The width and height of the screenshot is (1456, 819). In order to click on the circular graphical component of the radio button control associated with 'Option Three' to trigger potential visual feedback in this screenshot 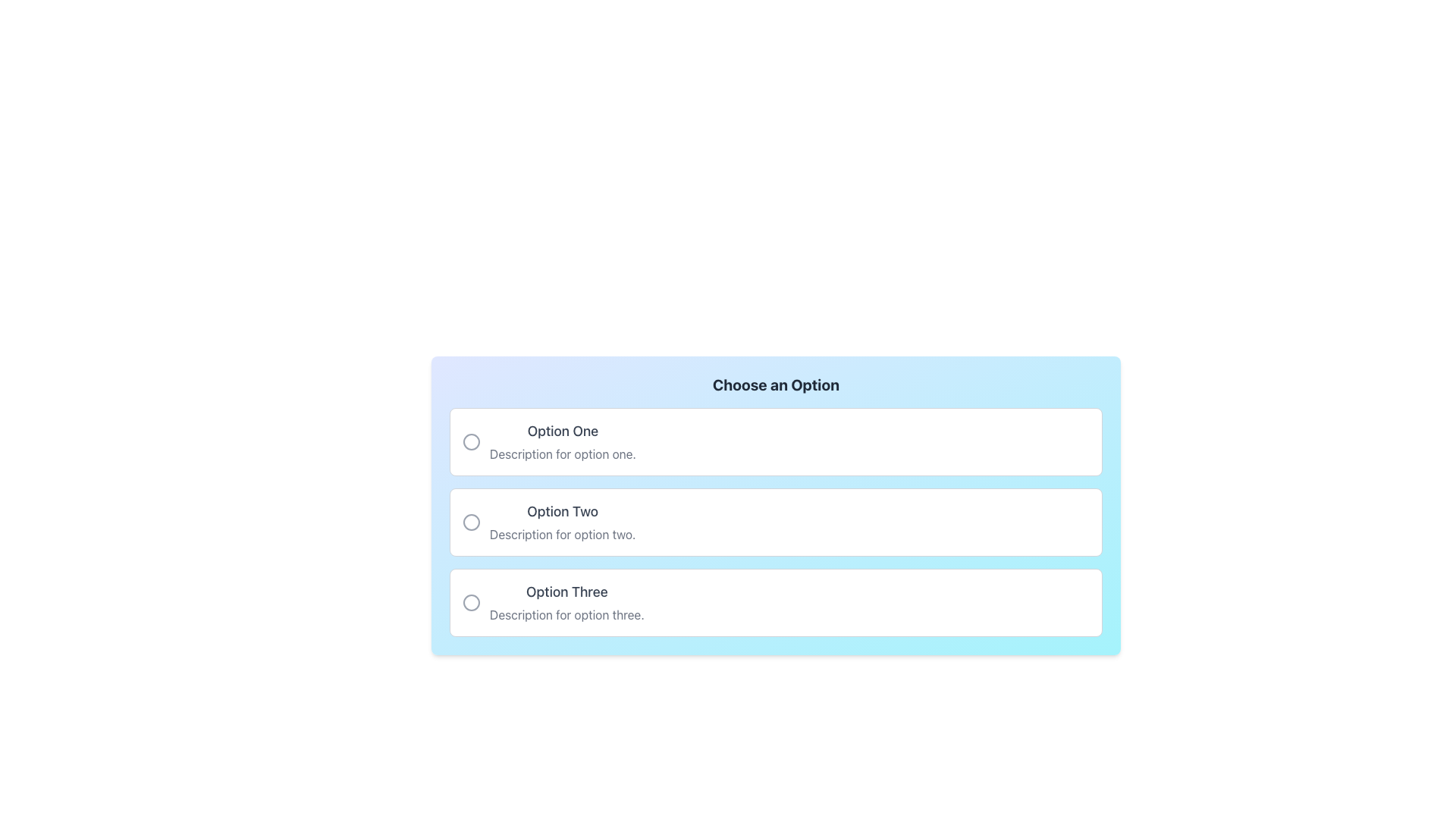, I will do `click(471, 601)`.